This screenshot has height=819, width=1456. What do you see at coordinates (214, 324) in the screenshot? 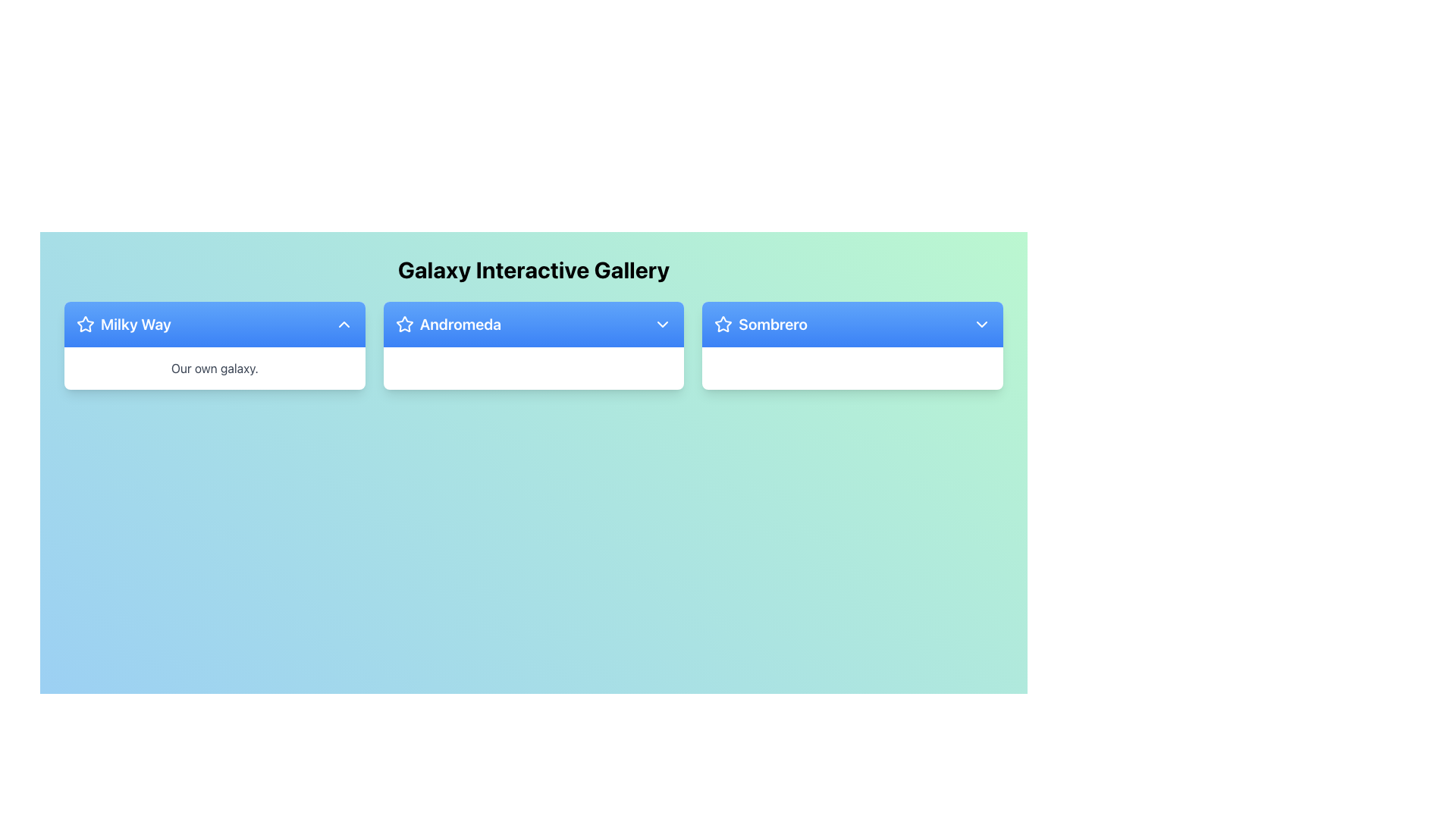
I see `the header section titled 'Milky Way' featuring a star icon on the left and an upward-facing chevron icon on the right` at bounding box center [214, 324].